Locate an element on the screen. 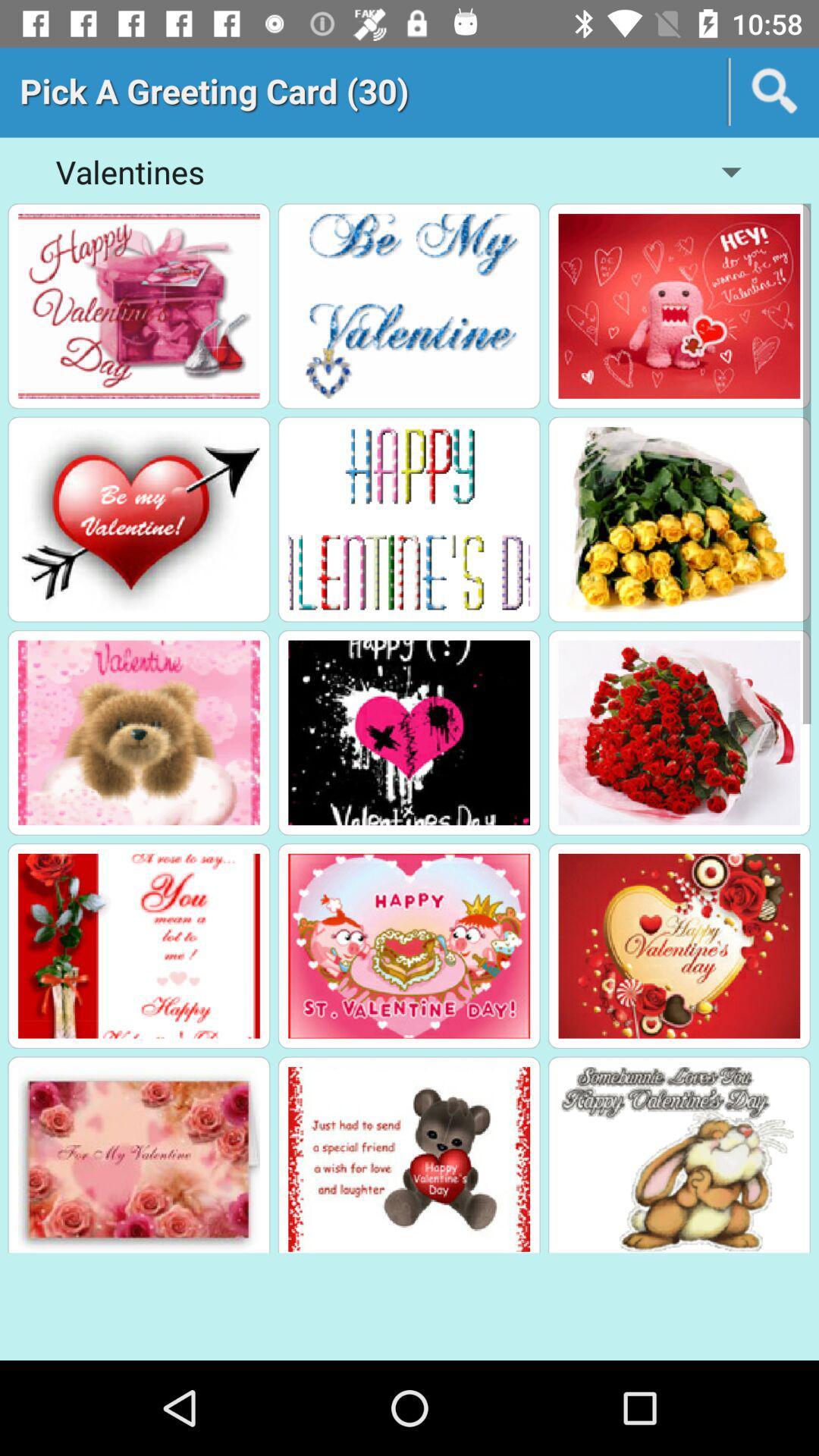 The image size is (819, 1456). card preview is located at coordinates (408, 1158).